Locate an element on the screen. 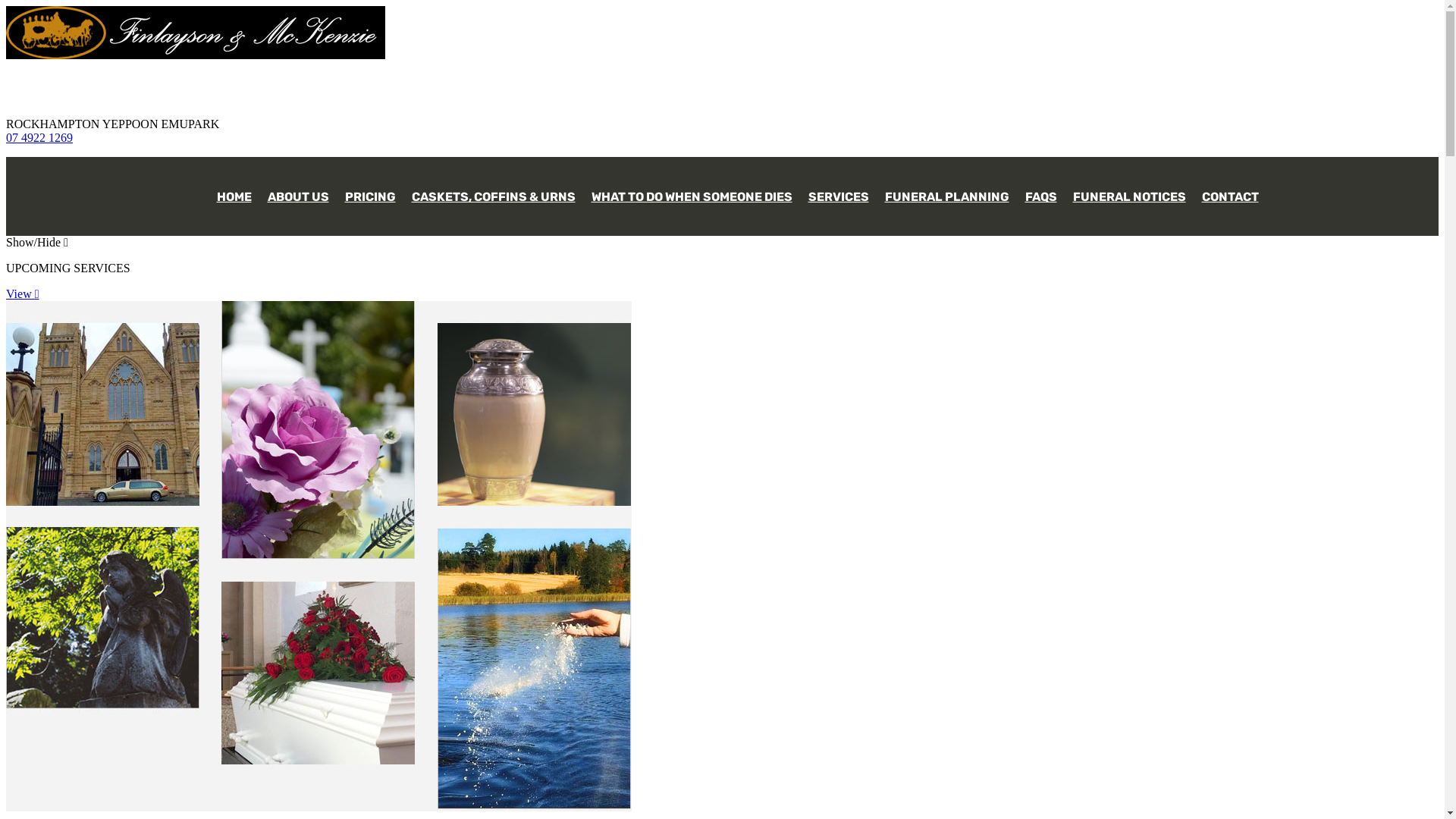 This screenshot has width=1456, height=819. 'CASKETS, COFFINS & URNS' is located at coordinates (494, 189).